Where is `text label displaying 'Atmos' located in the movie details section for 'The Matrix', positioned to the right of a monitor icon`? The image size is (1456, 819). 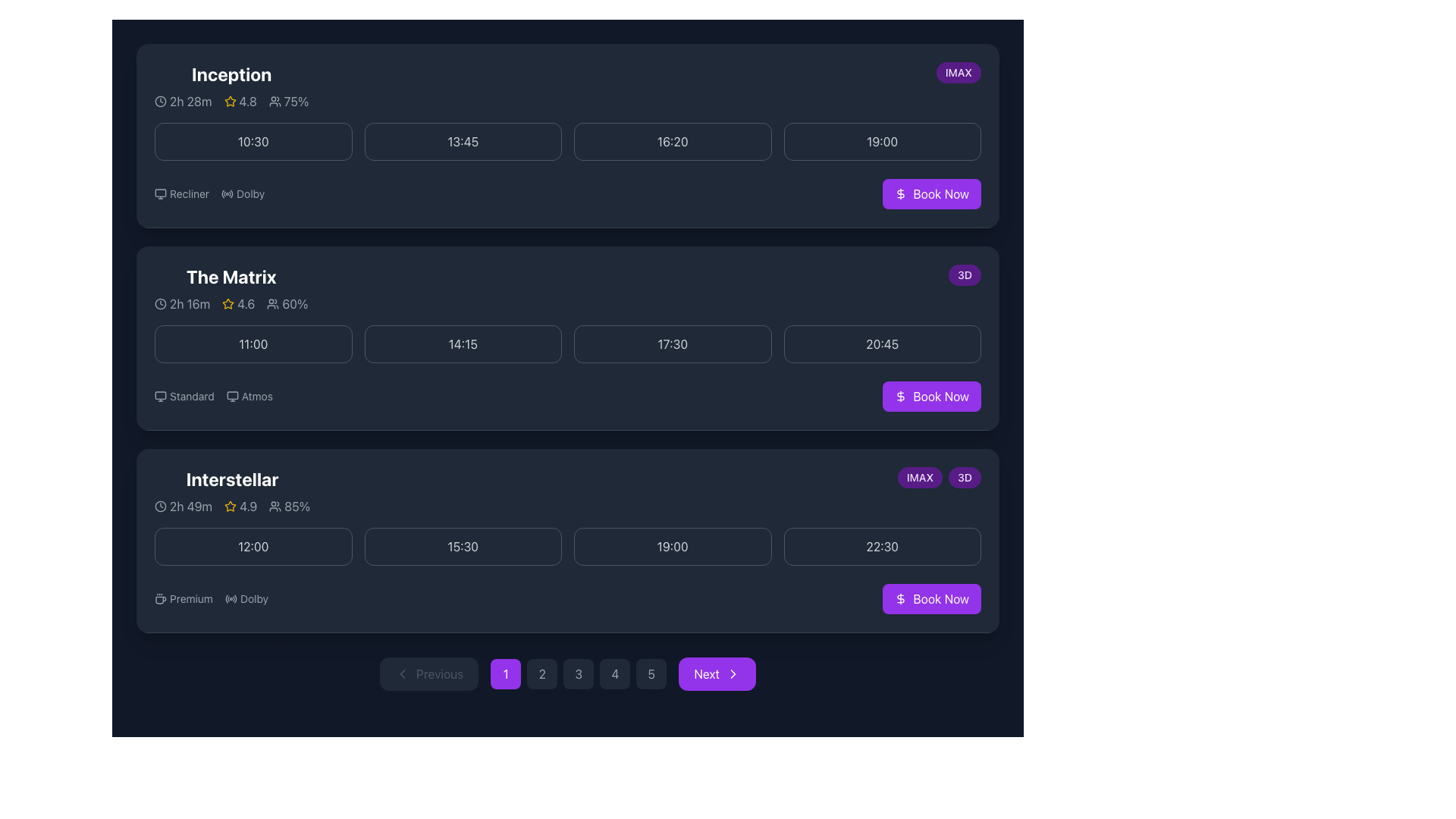 text label displaying 'Atmos' located in the movie details section for 'The Matrix', positioned to the right of a monitor icon is located at coordinates (257, 396).